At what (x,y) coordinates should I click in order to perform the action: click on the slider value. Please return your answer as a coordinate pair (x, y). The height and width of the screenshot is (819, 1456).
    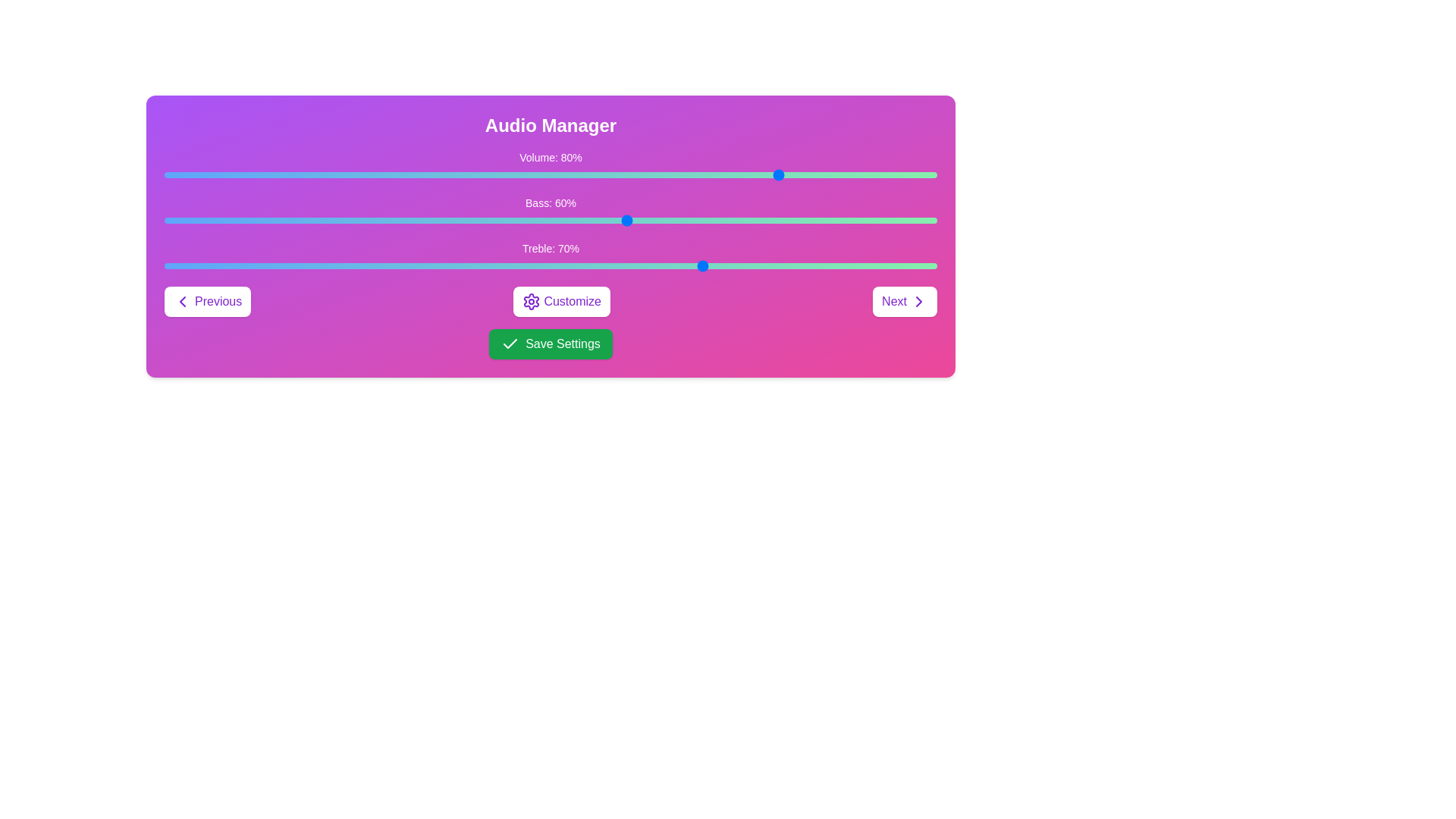
    Looking at the image, I should click on (218, 174).